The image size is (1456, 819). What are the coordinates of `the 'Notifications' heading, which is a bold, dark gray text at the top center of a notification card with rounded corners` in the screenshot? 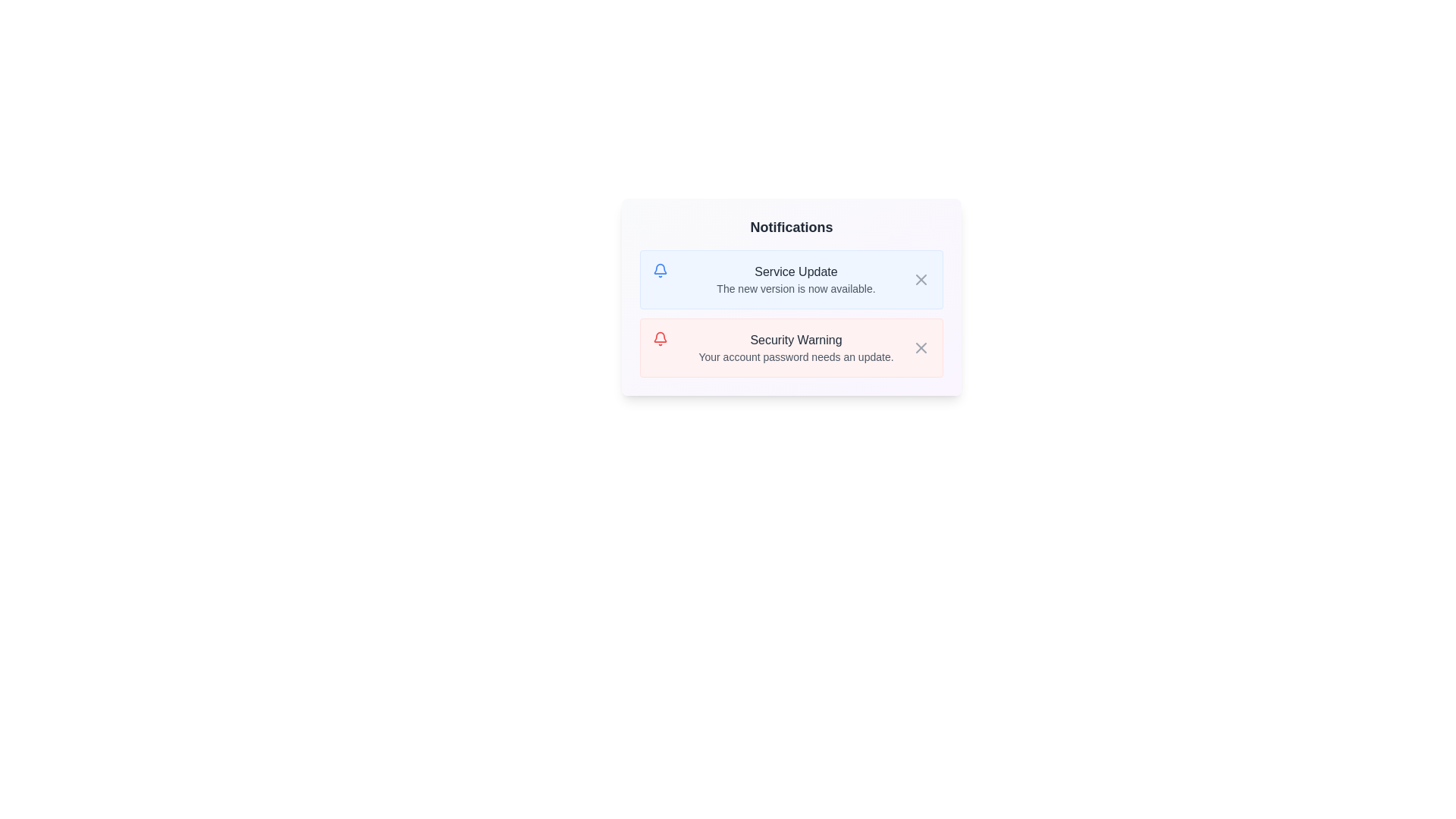 It's located at (790, 227).